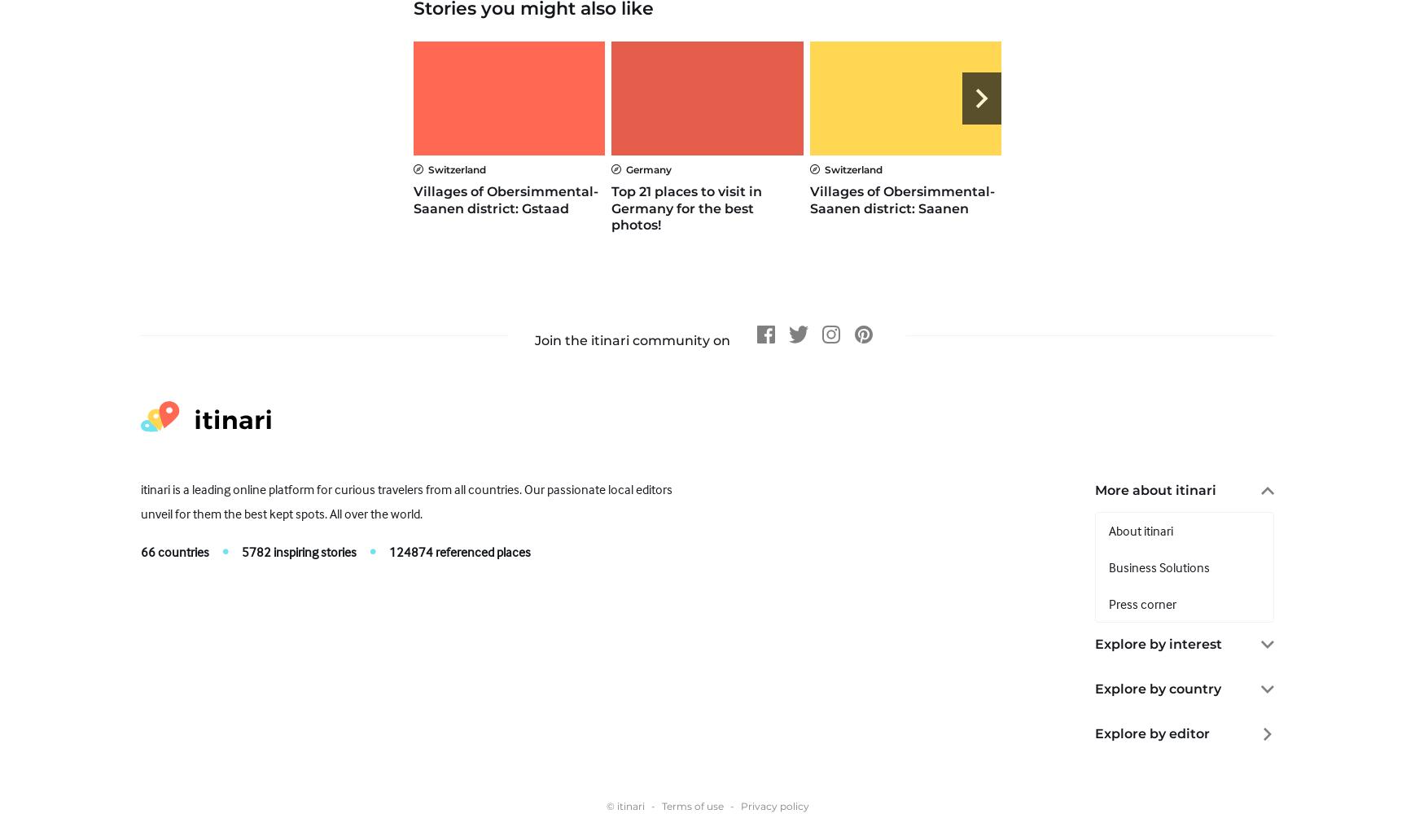 The width and height of the screenshot is (1415, 840). Describe the element at coordinates (900, 198) in the screenshot. I see `'Villages of Obersimmental-Saanen district: Saanen'` at that location.